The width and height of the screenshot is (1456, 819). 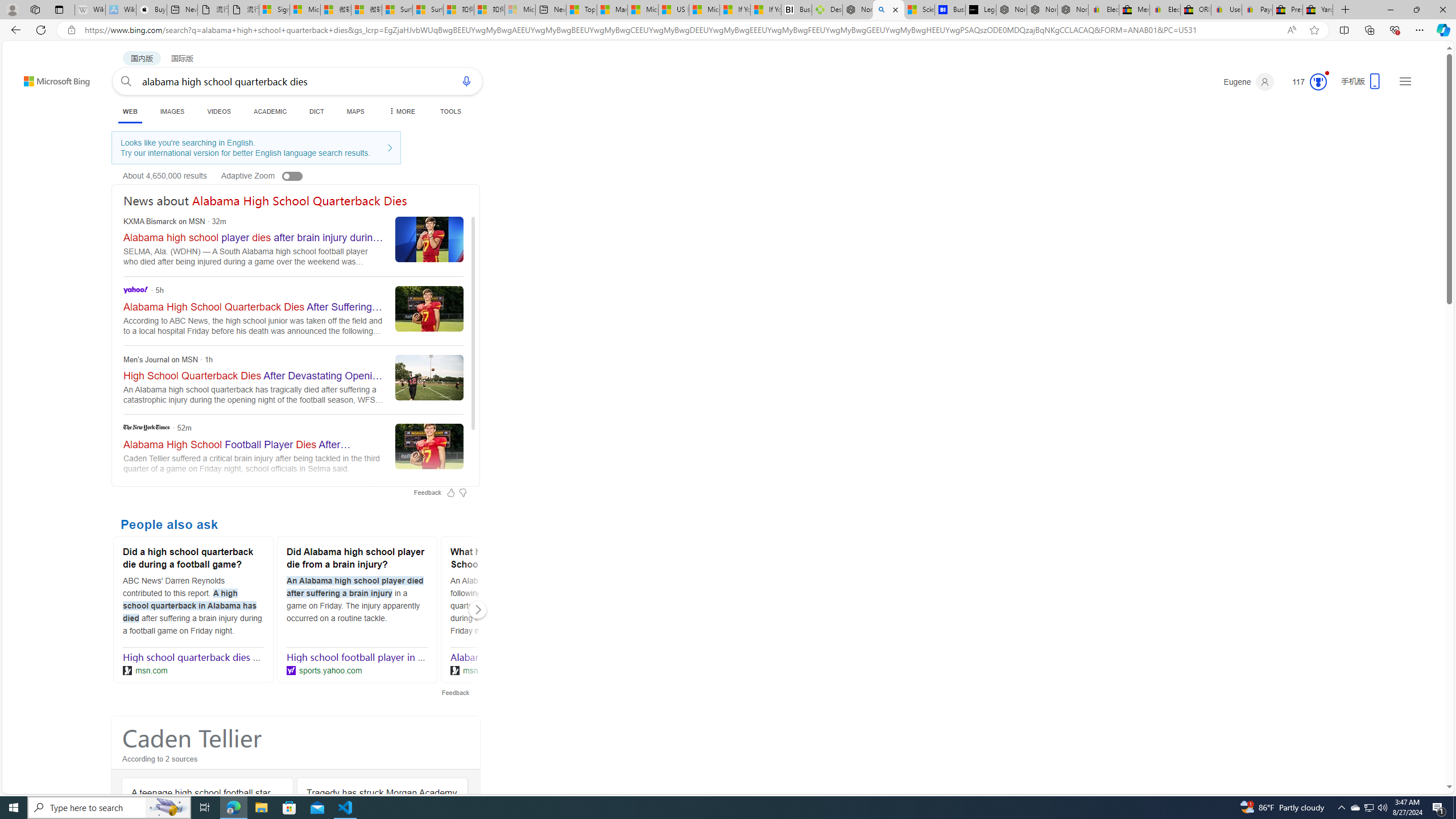 What do you see at coordinates (355, 111) in the screenshot?
I see `'MAPS'` at bounding box center [355, 111].